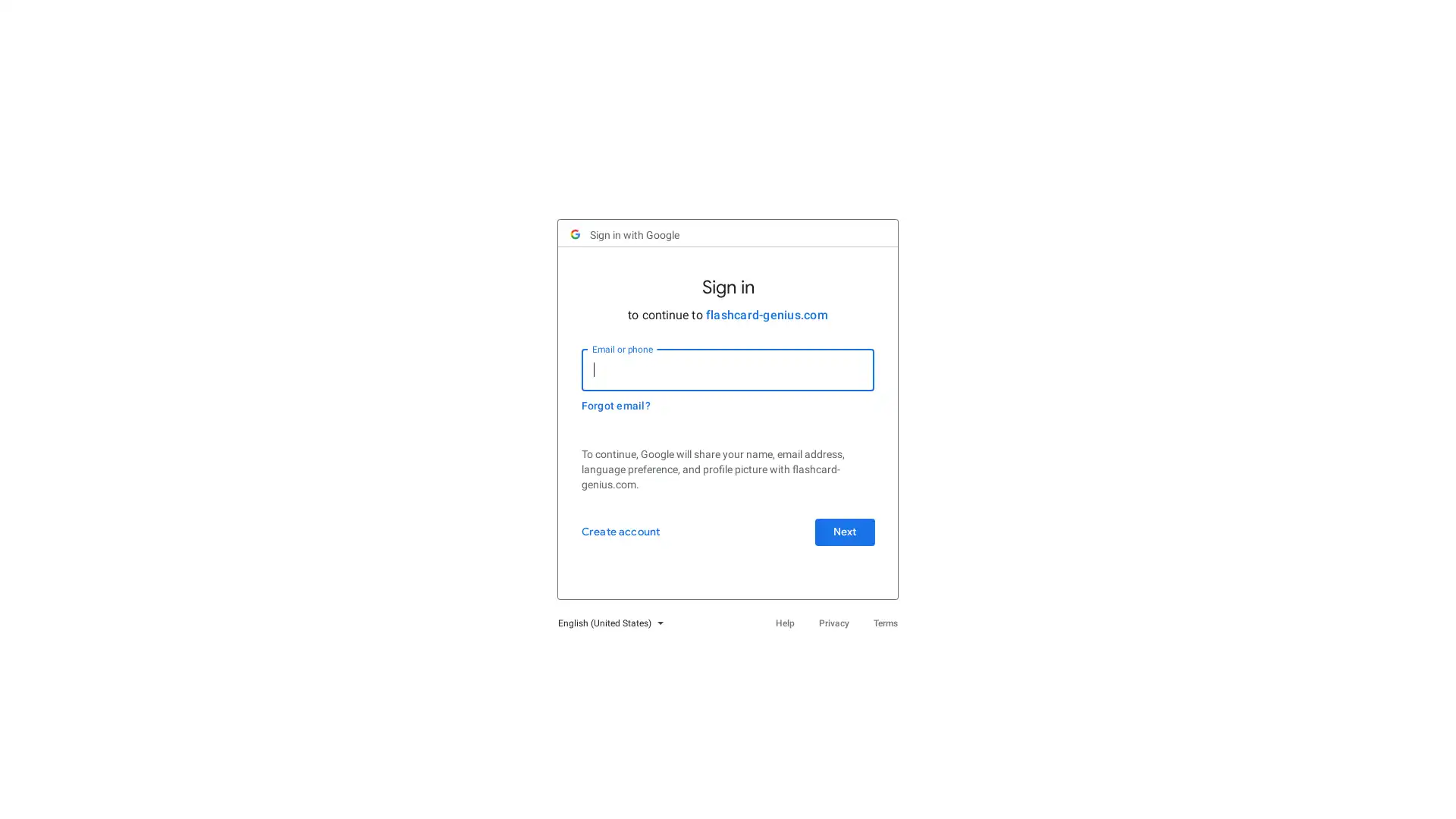 The height and width of the screenshot is (819, 1456). What do you see at coordinates (623, 414) in the screenshot?
I see `Forgot email?` at bounding box center [623, 414].